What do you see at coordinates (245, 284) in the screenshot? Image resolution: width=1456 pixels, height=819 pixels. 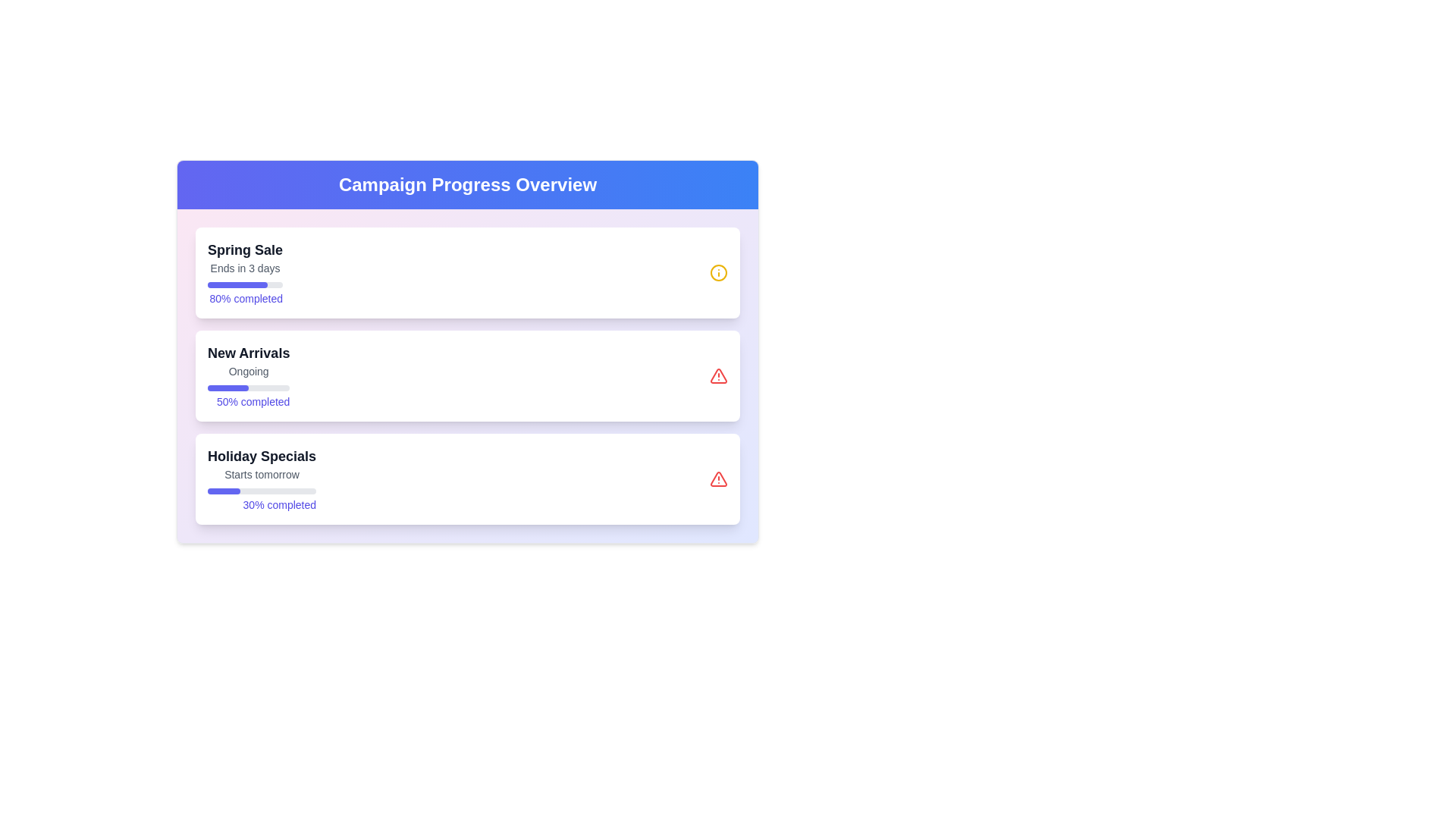 I see `the progress bar located in the first card of the Campaign Progress Overview section, which is styled with a gray background and a blue completion segment, positioned between the text 'Ends in 3 days' and '80% completed'` at bounding box center [245, 284].